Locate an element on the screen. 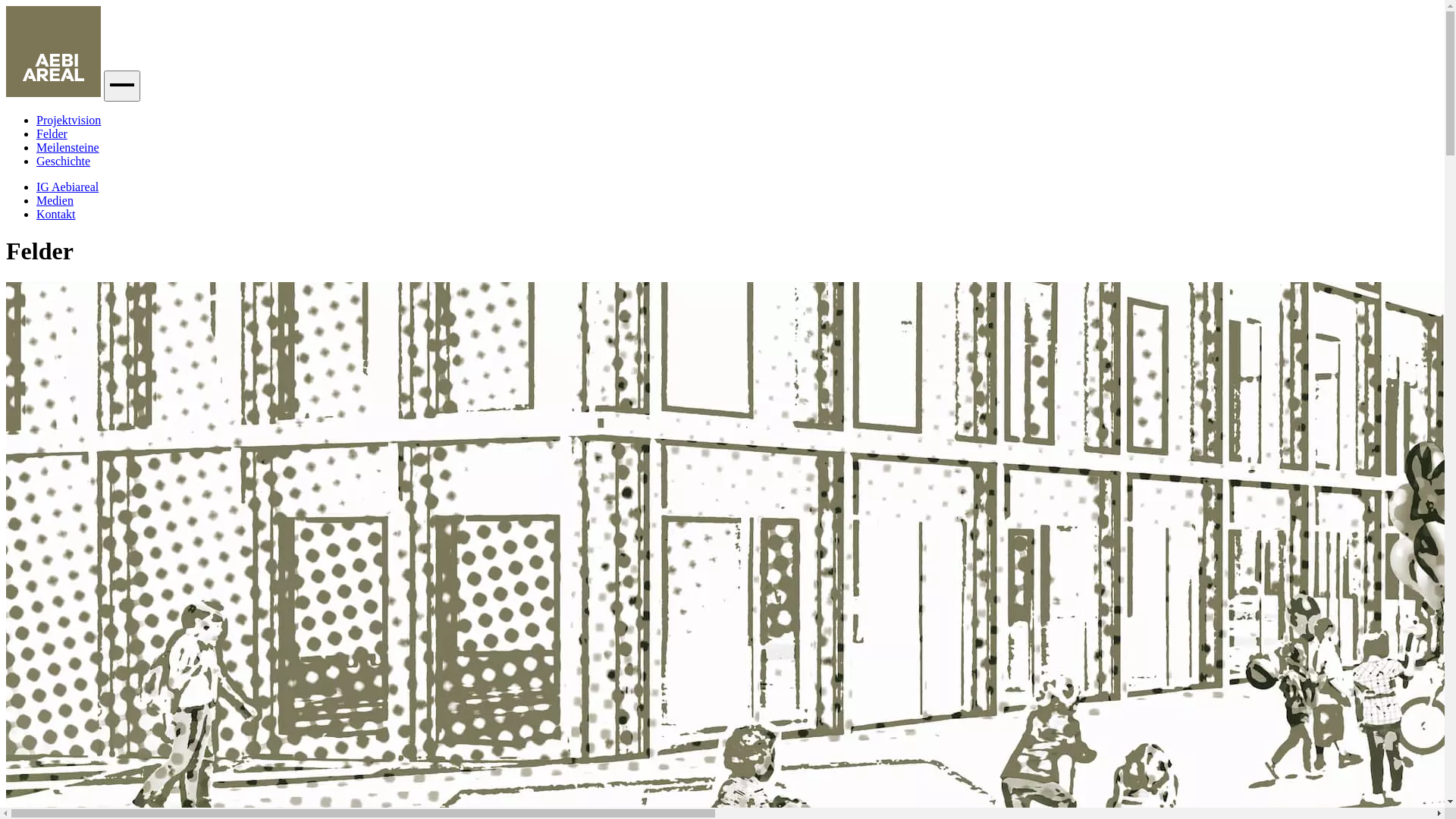  'Geschichte' is located at coordinates (62, 161).